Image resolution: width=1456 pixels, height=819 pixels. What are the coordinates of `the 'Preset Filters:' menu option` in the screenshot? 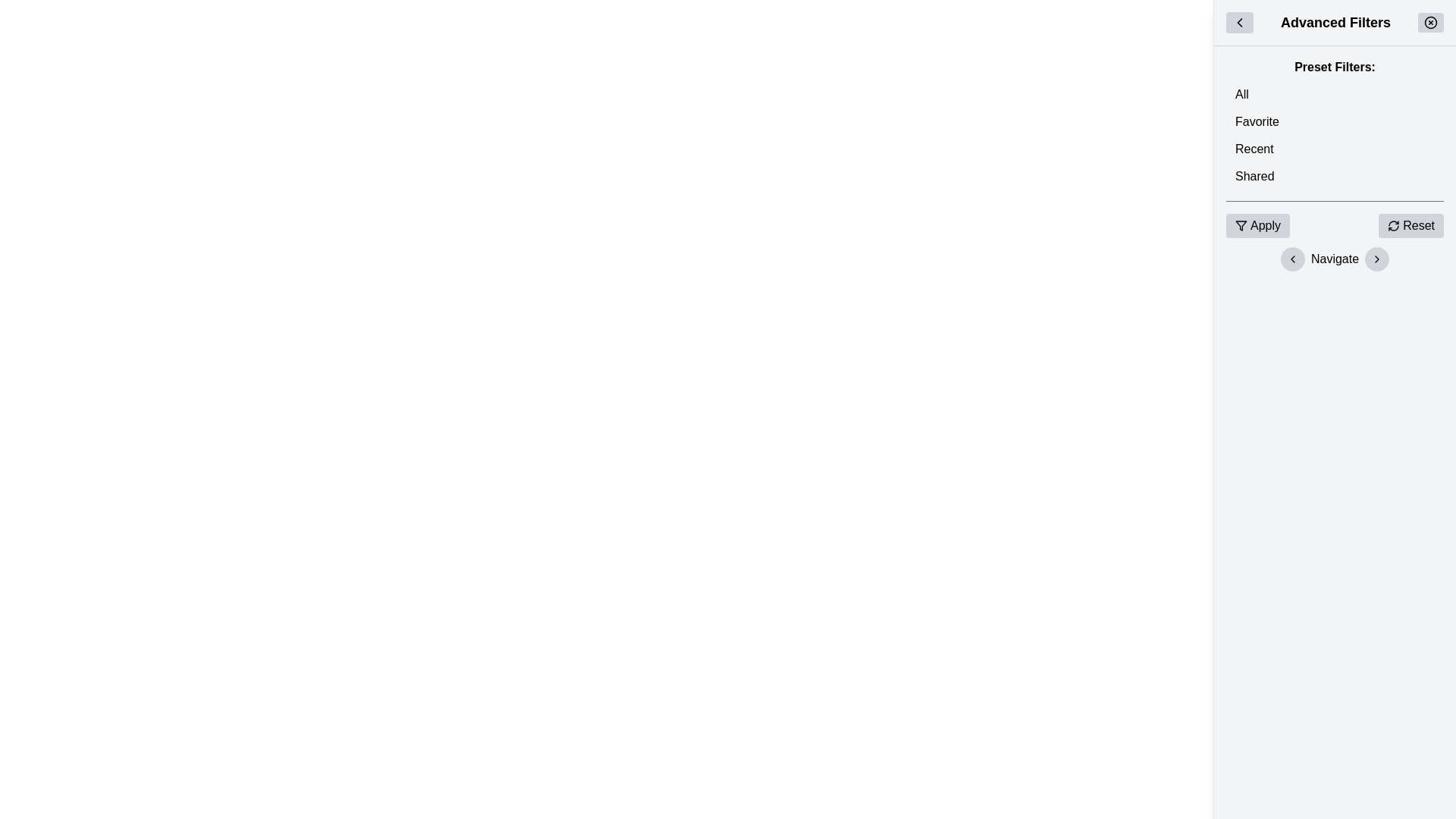 It's located at (1335, 122).